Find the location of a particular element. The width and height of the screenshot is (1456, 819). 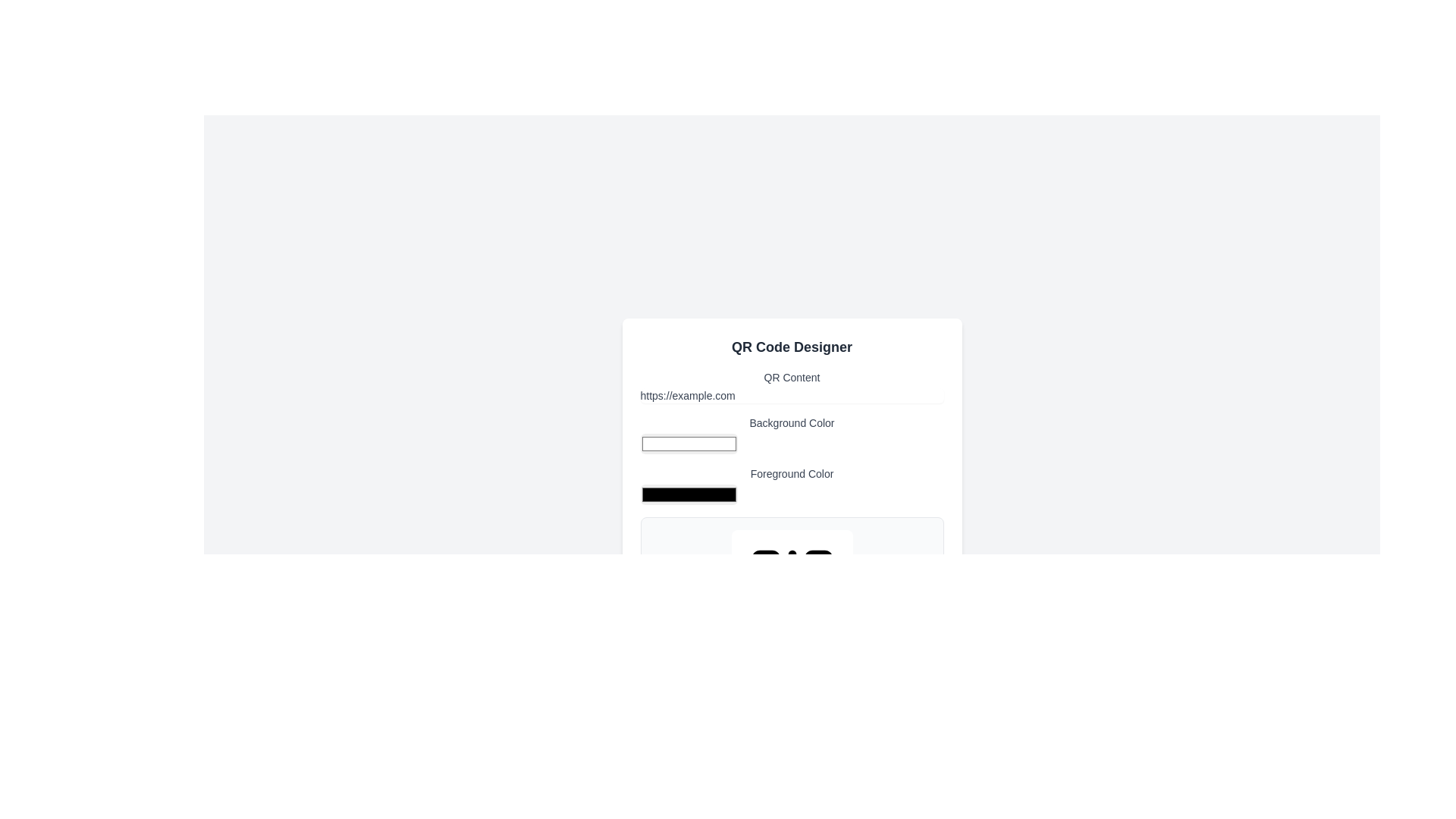

the 'Foreground Color' label, which is styled with a small-sized, medium-weight gray font and positioned below the 'Background Color' label is located at coordinates (791, 485).